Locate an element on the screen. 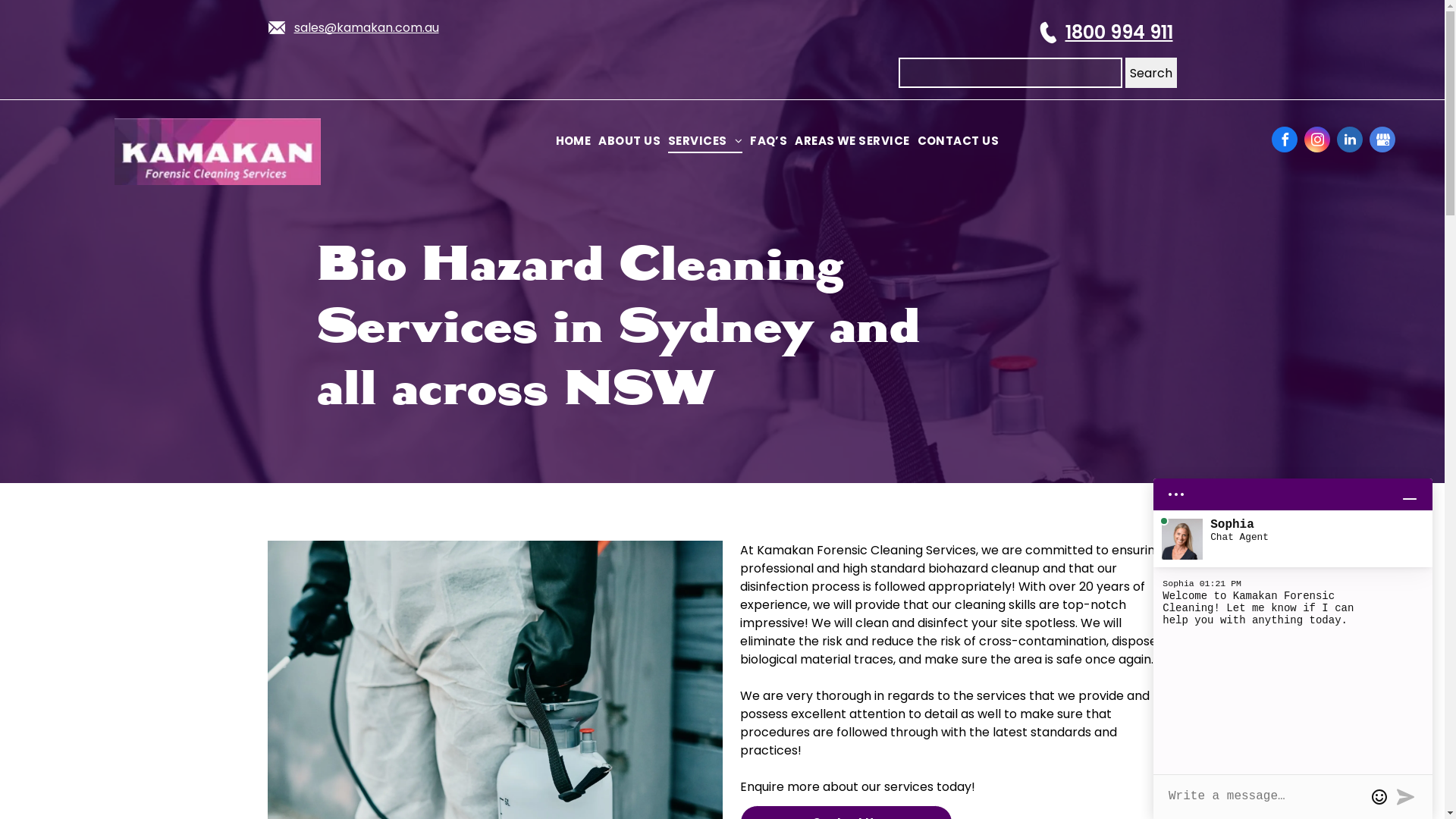 The height and width of the screenshot is (819, 1456). '1800 994 911' is located at coordinates (1063, 32).